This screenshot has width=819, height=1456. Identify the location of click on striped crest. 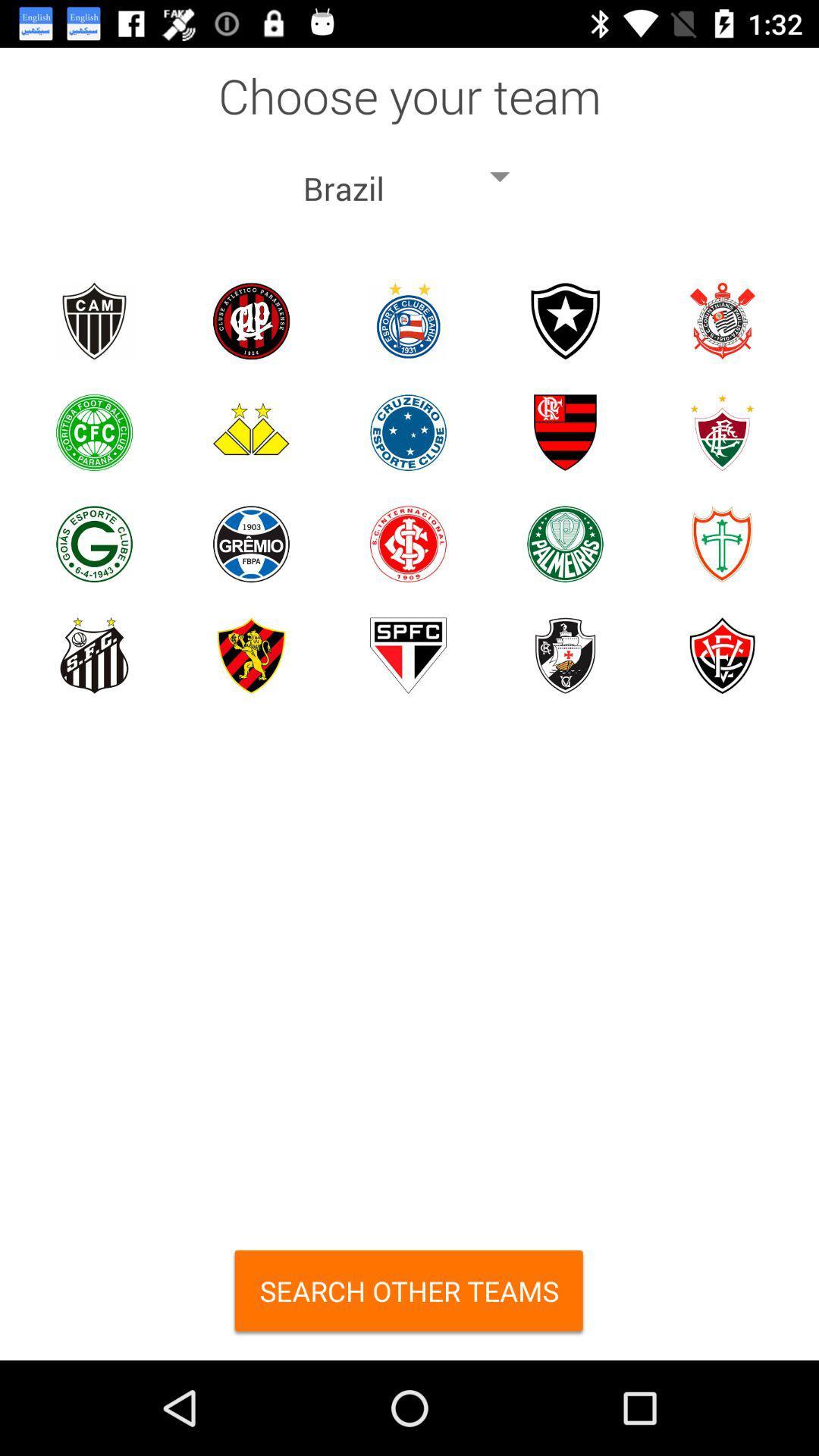
(565, 431).